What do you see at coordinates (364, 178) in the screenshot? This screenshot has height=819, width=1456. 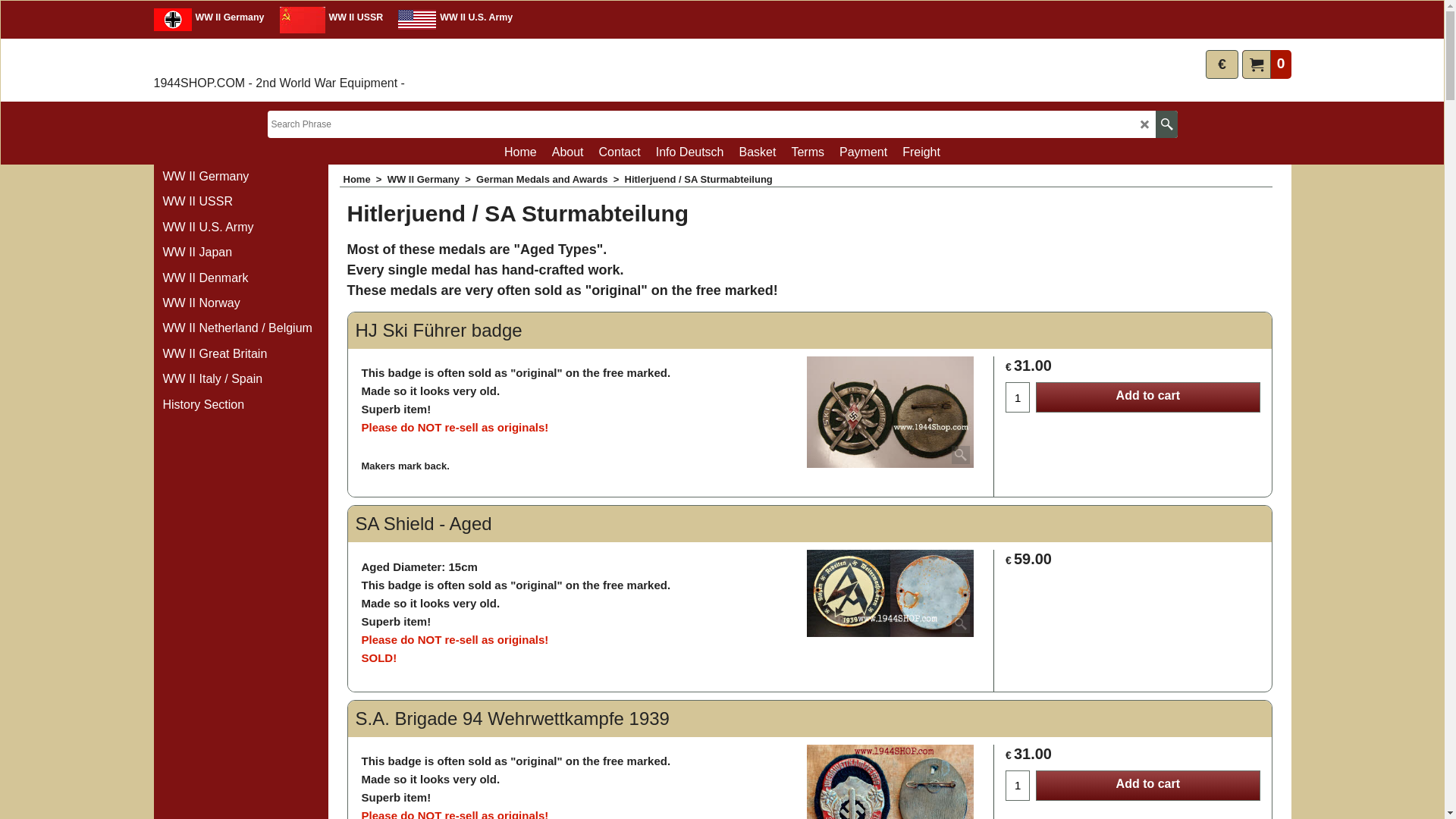 I see `'Home  > '` at bounding box center [364, 178].